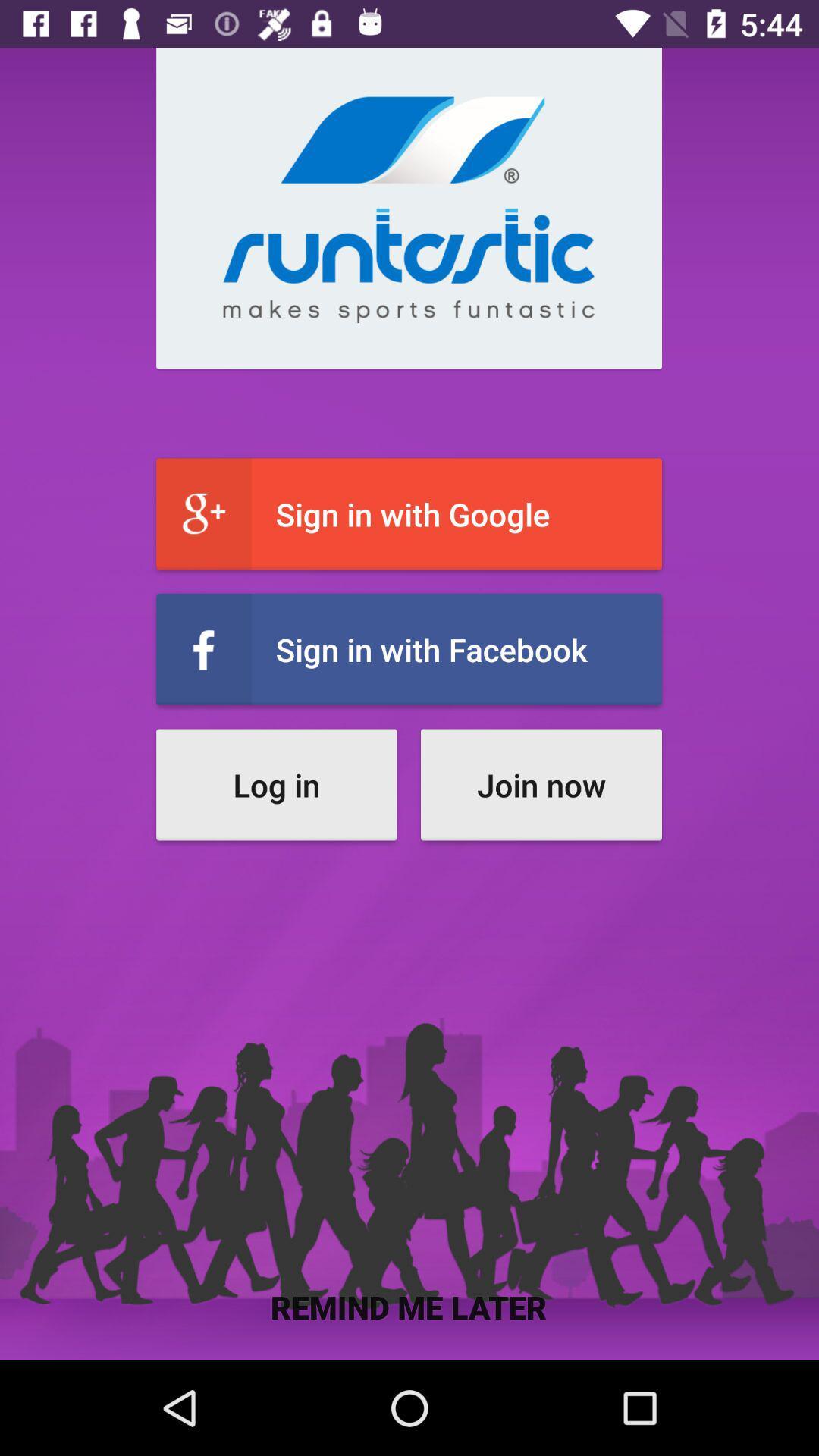 The width and height of the screenshot is (819, 1456). Describe the element at coordinates (540, 785) in the screenshot. I see `the icon below the sign in with` at that location.